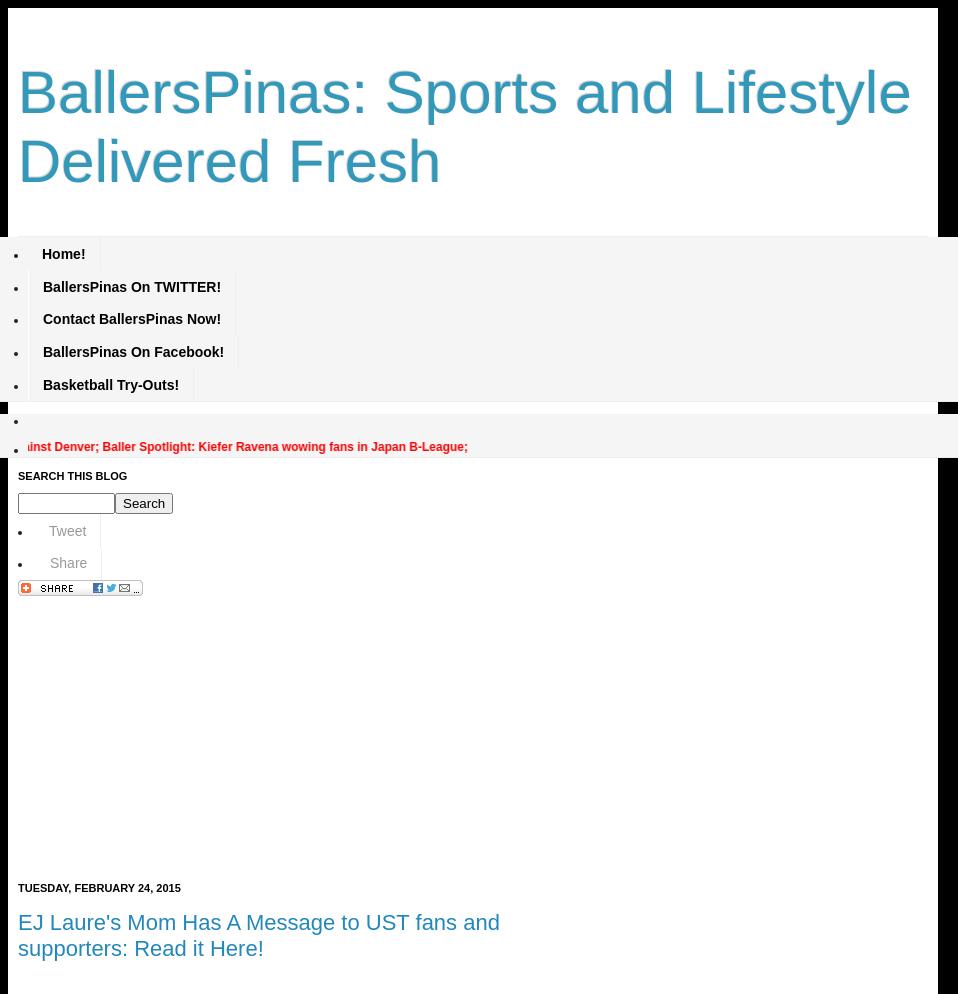  Describe the element at coordinates (464, 126) in the screenshot. I see `'BallersPinas: Sports and Lifestyle Delivered Fresh'` at that location.